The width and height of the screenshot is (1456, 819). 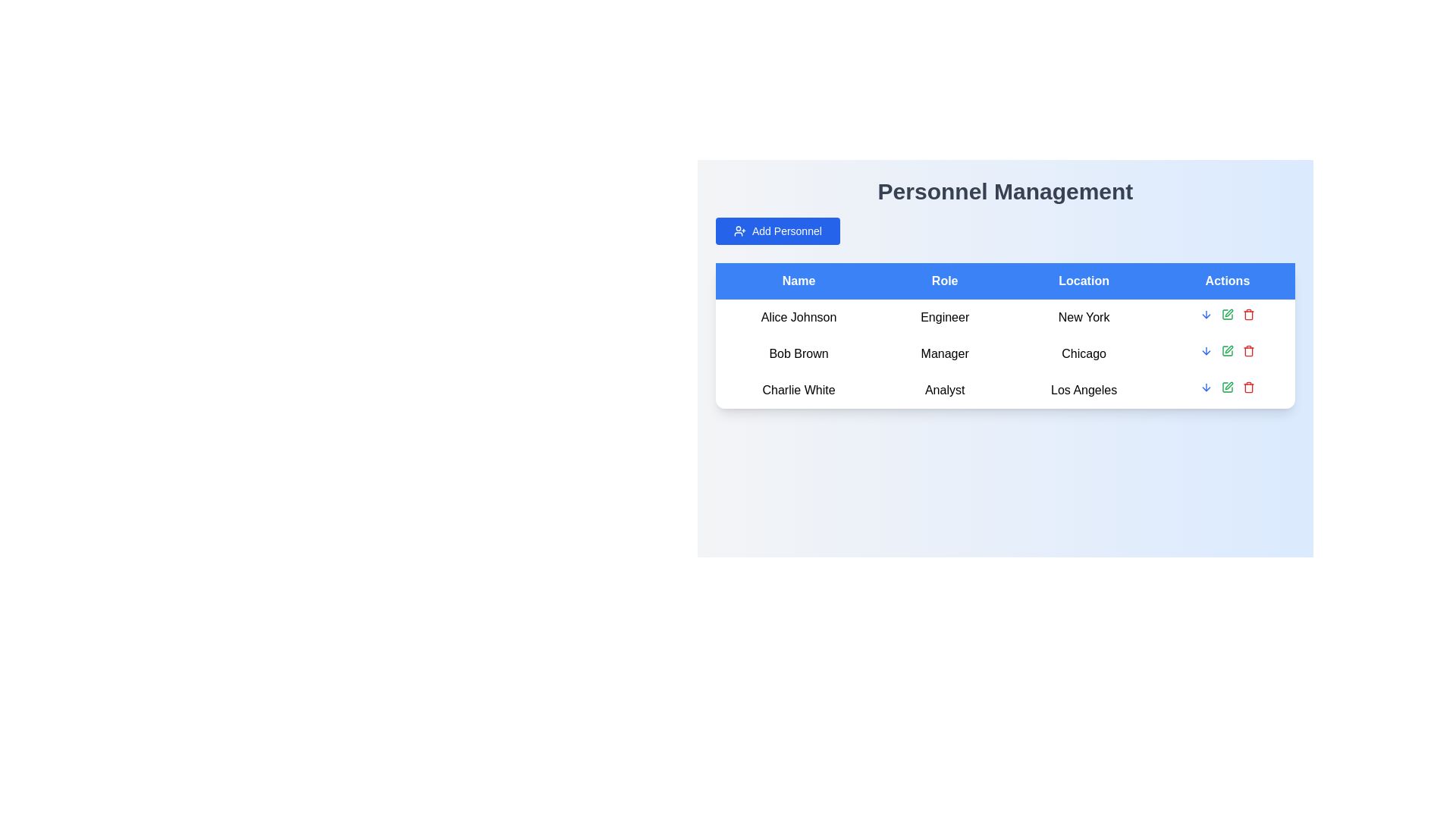 What do you see at coordinates (1248, 350) in the screenshot?
I see `the delete button located in the 'Actions' column of the second row in the table below the 'Personnel Management' title` at bounding box center [1248, 350].